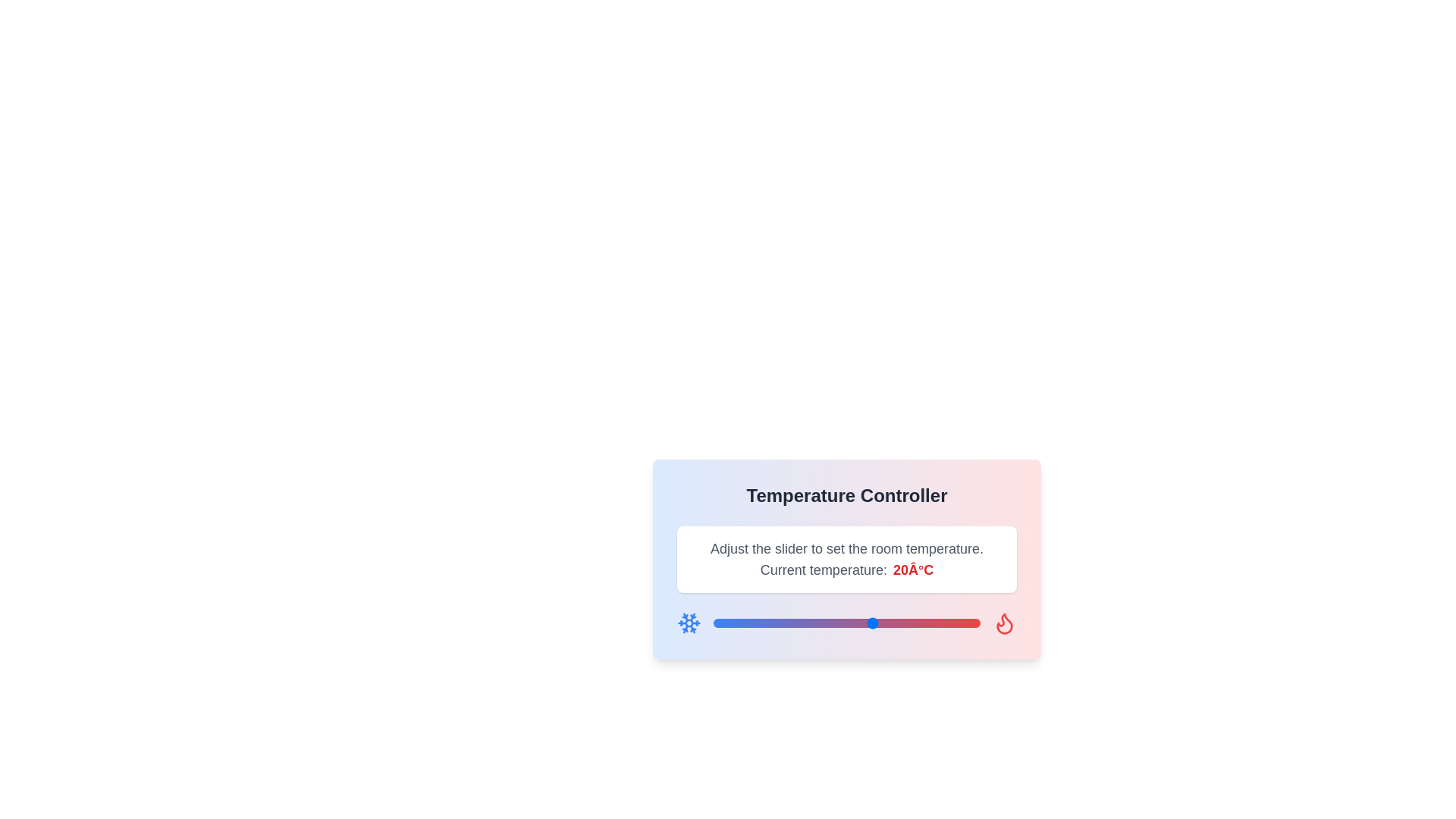 The width and height of the screenshot is (1456, 819). I want to click on the temperature slider to set the temperature to -5°C, so click(740, 623).